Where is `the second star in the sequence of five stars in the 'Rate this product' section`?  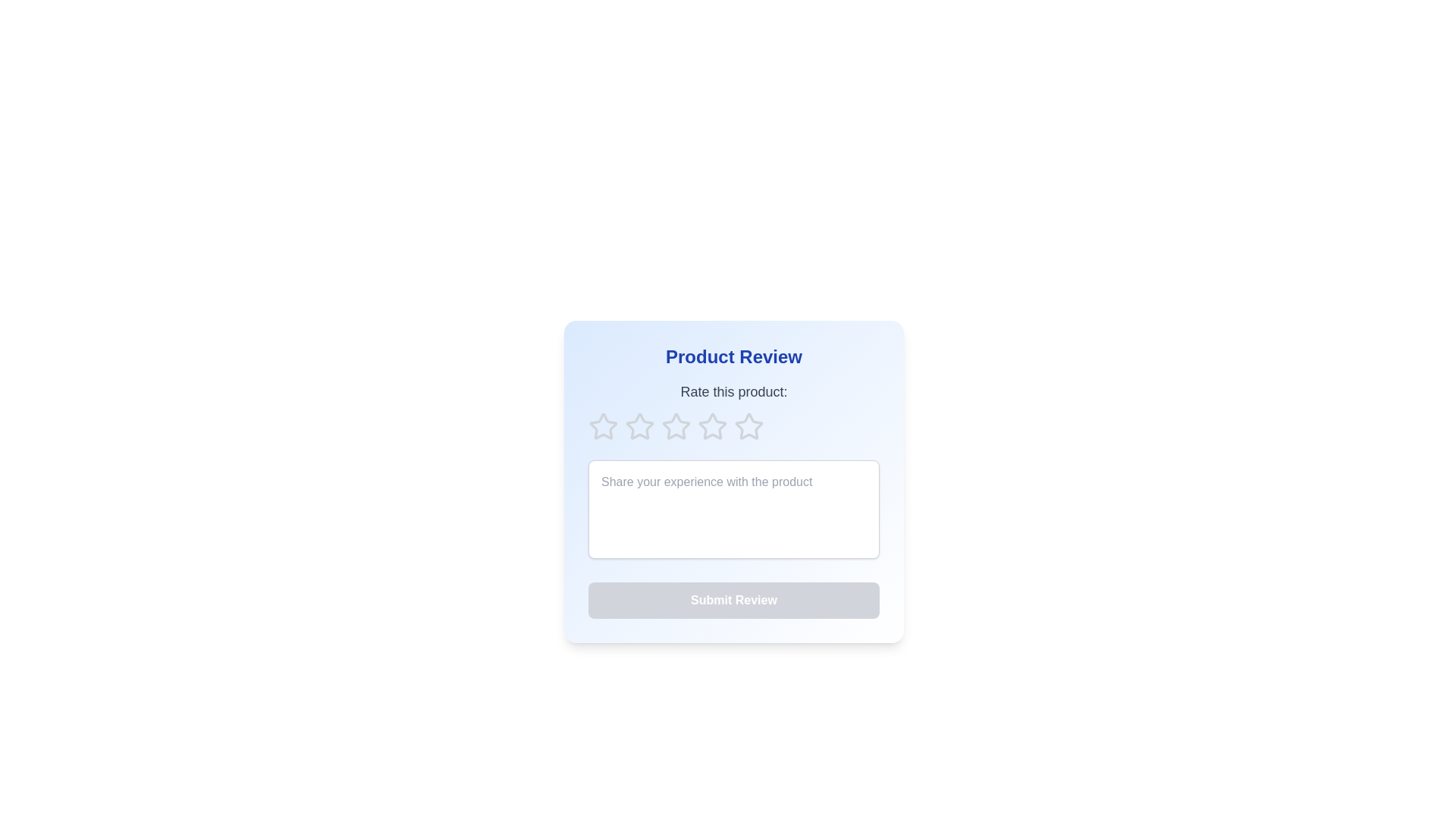 the second star in the sequence of five stars in the 'Rate this product' section is located at coordinates (676, 426).